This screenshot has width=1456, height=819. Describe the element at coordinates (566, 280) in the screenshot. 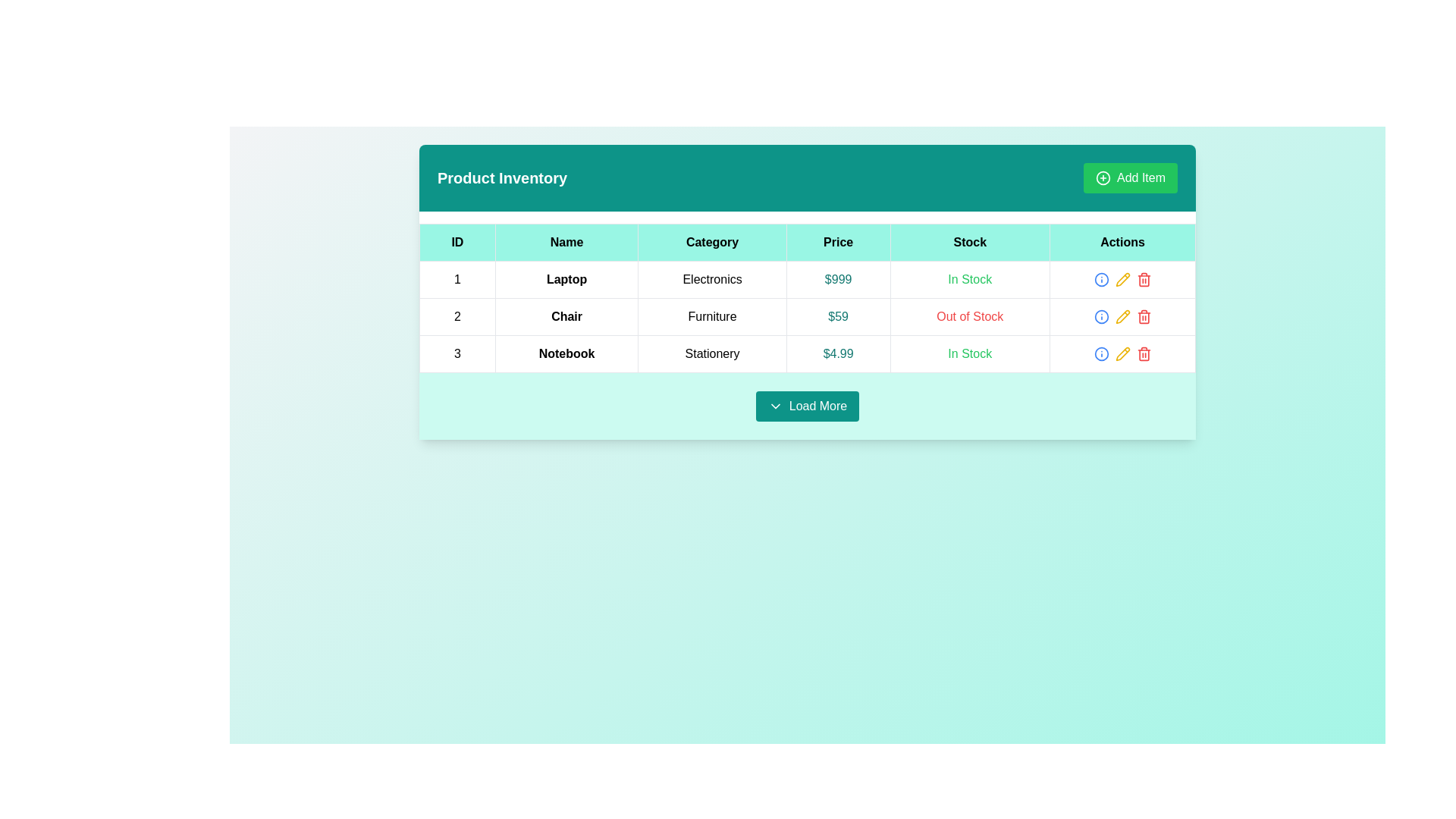

I see `the static text element displaying the product name in the second column of the first row of the table, located next to '1' and 'Electronics'` at that location.